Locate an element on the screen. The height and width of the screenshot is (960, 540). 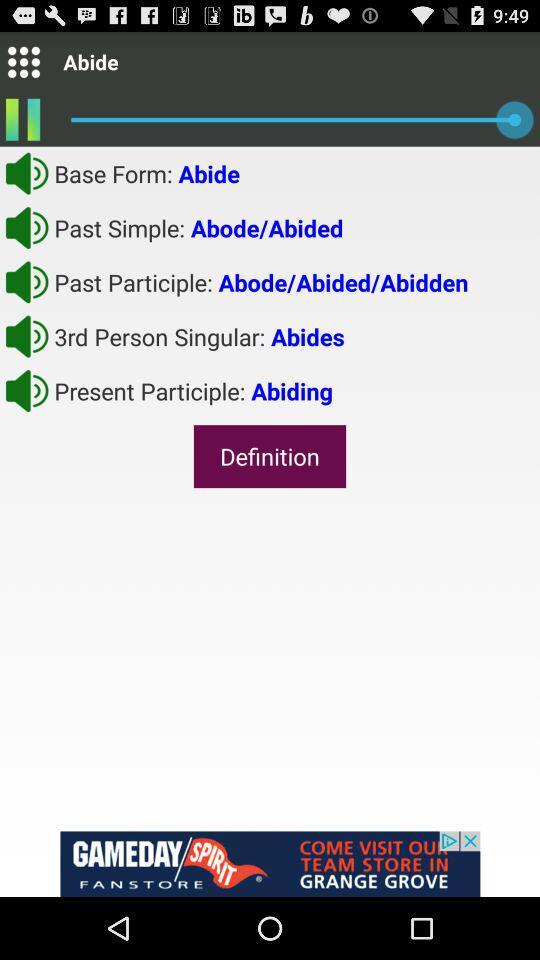
the volume icon is located at coordinates (26, 185).